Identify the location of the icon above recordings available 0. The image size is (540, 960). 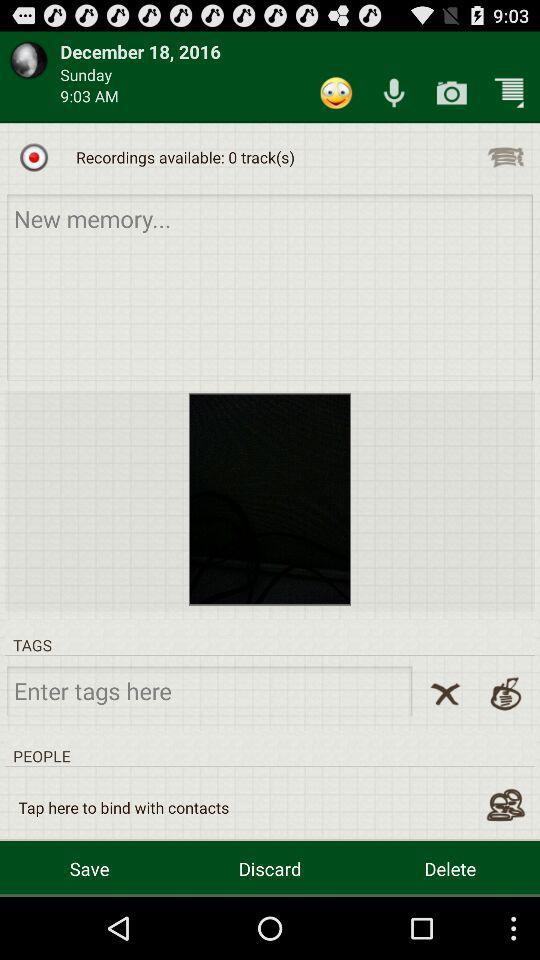
(336, 93).